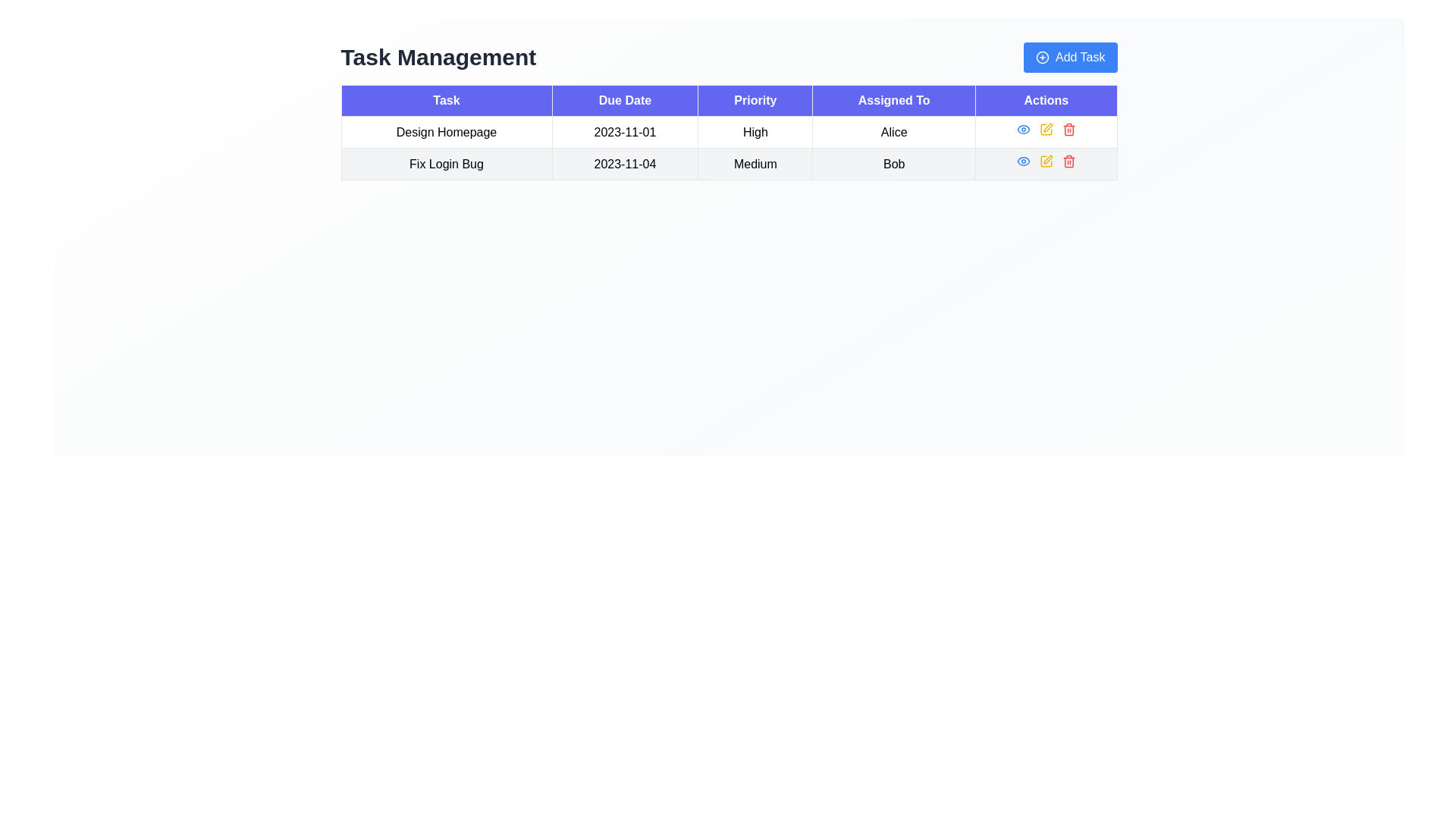 Image resolution: width=1456 pixels, height=819 pixels. I want to click on the Header Text element, which serves as the primary header for the task management interface, located near the top-left of the visible interface, adjacent to the 'Add Task' button, so click(438, 57).